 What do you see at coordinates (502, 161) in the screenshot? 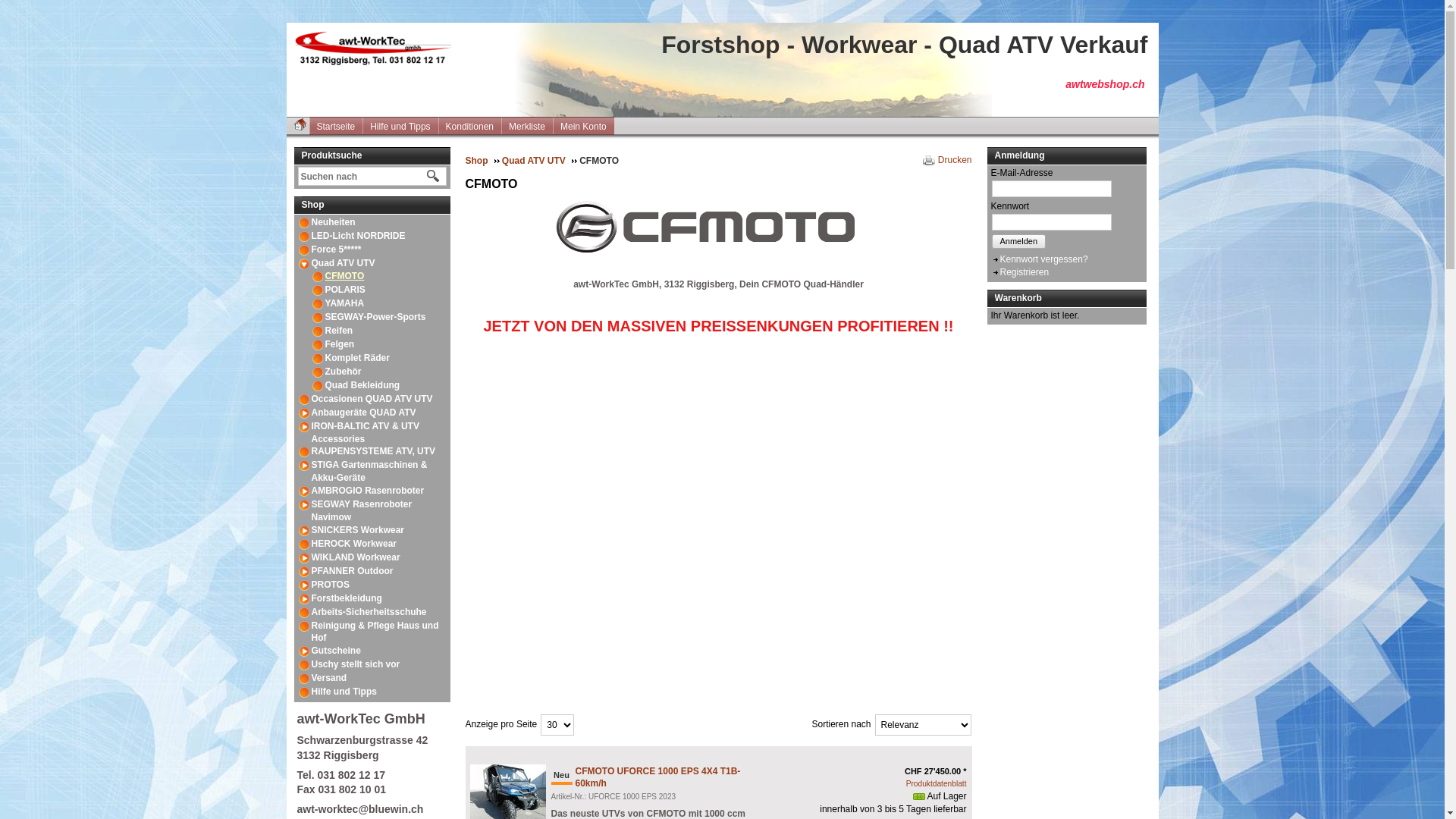
I see `'Quad ATV UTV'` at bounding box center [502, 161].